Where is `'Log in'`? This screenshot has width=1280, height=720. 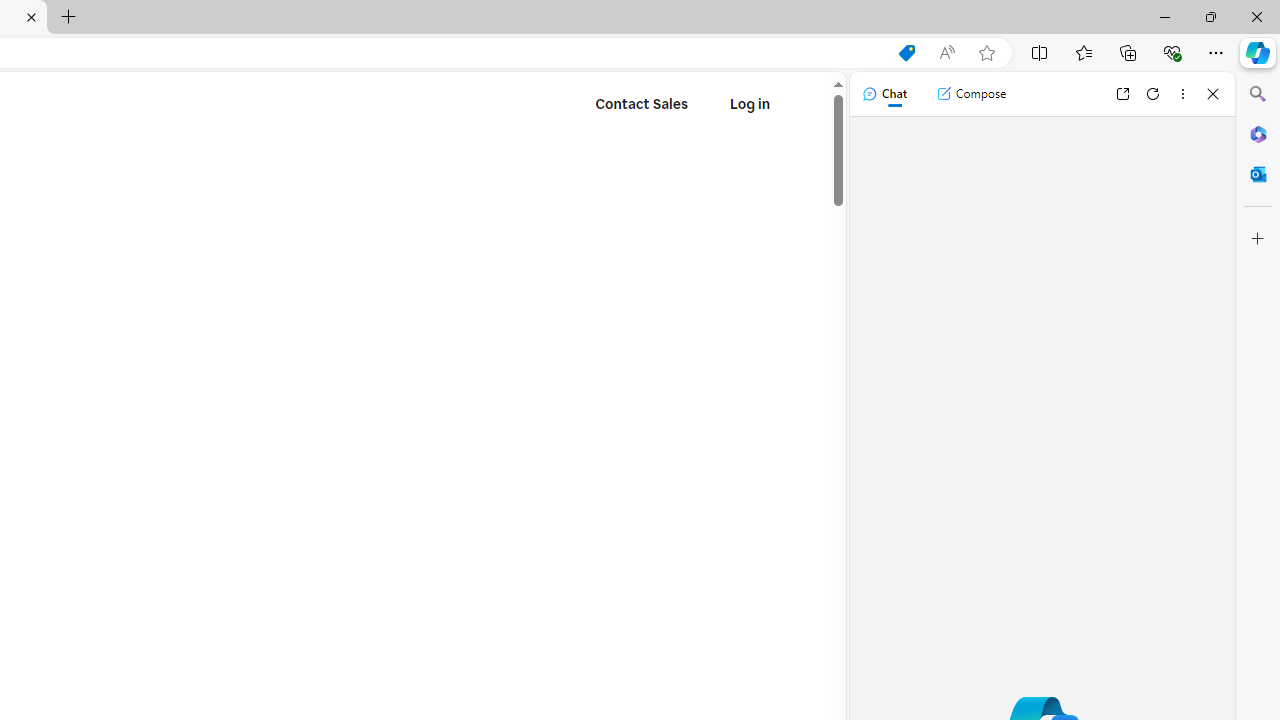 'Log in' is located at coordinates (748, 104).